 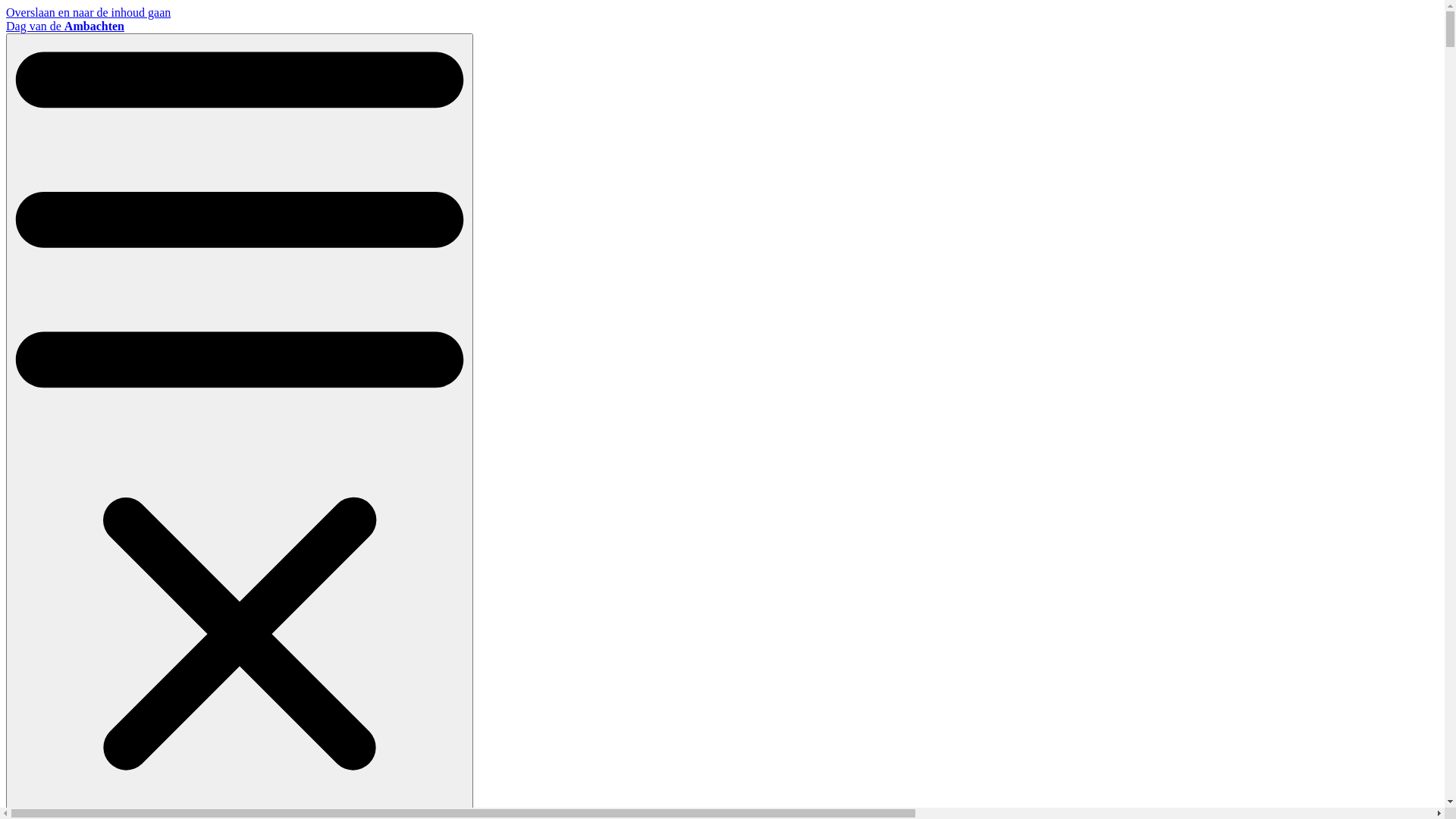 What do you see at coordinates (87, 12) in the screenshot?
I see `'Overslaan en naar de inhoud gaan'` at bounding box center [87, 12].